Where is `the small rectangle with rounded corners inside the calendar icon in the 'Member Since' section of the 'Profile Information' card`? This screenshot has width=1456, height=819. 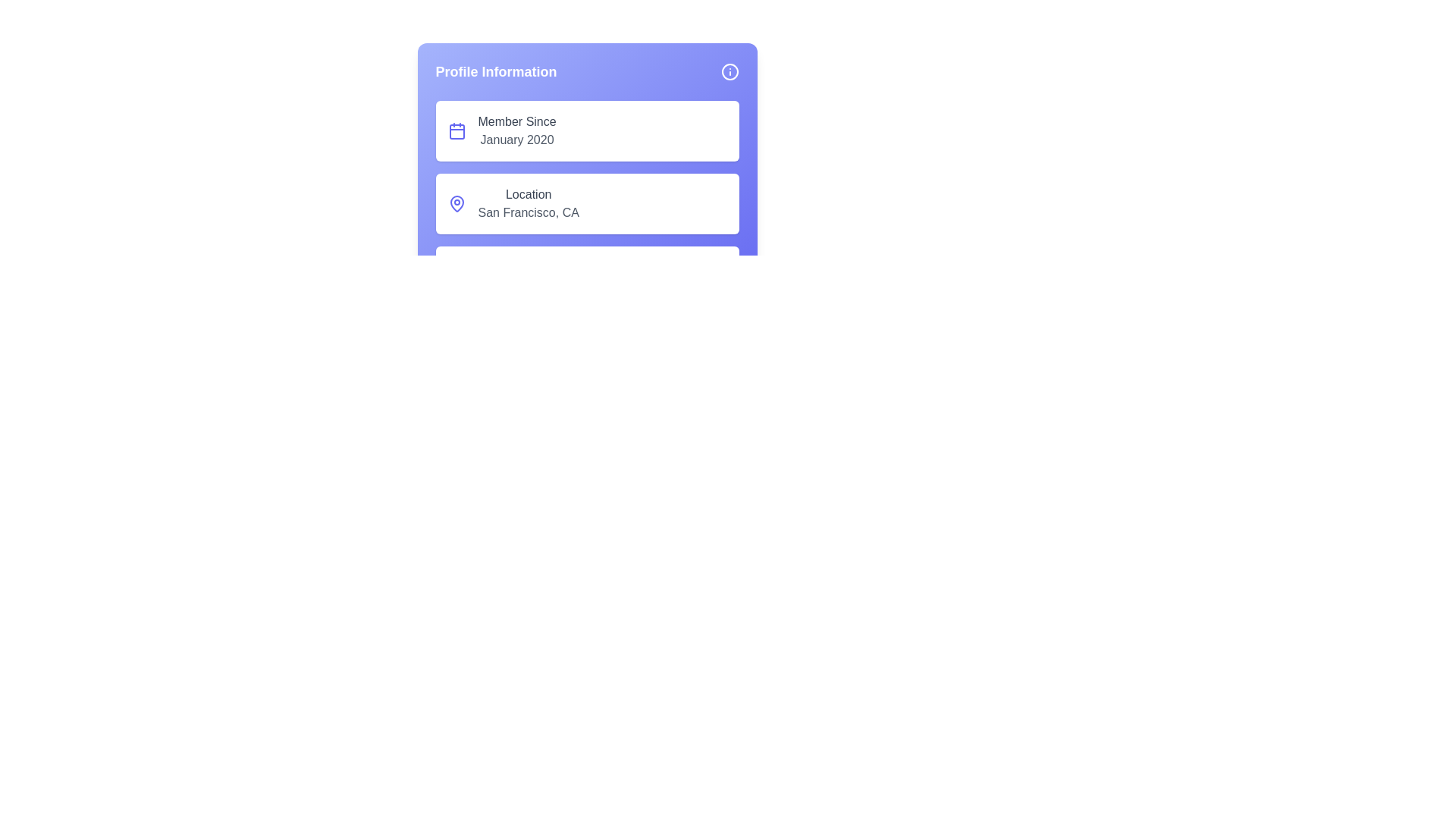 the small rectangle with rounded corners inside the calendar icon in the 'Member Since' section of the 'Profile Information' card is located at coordinates (456, 130).